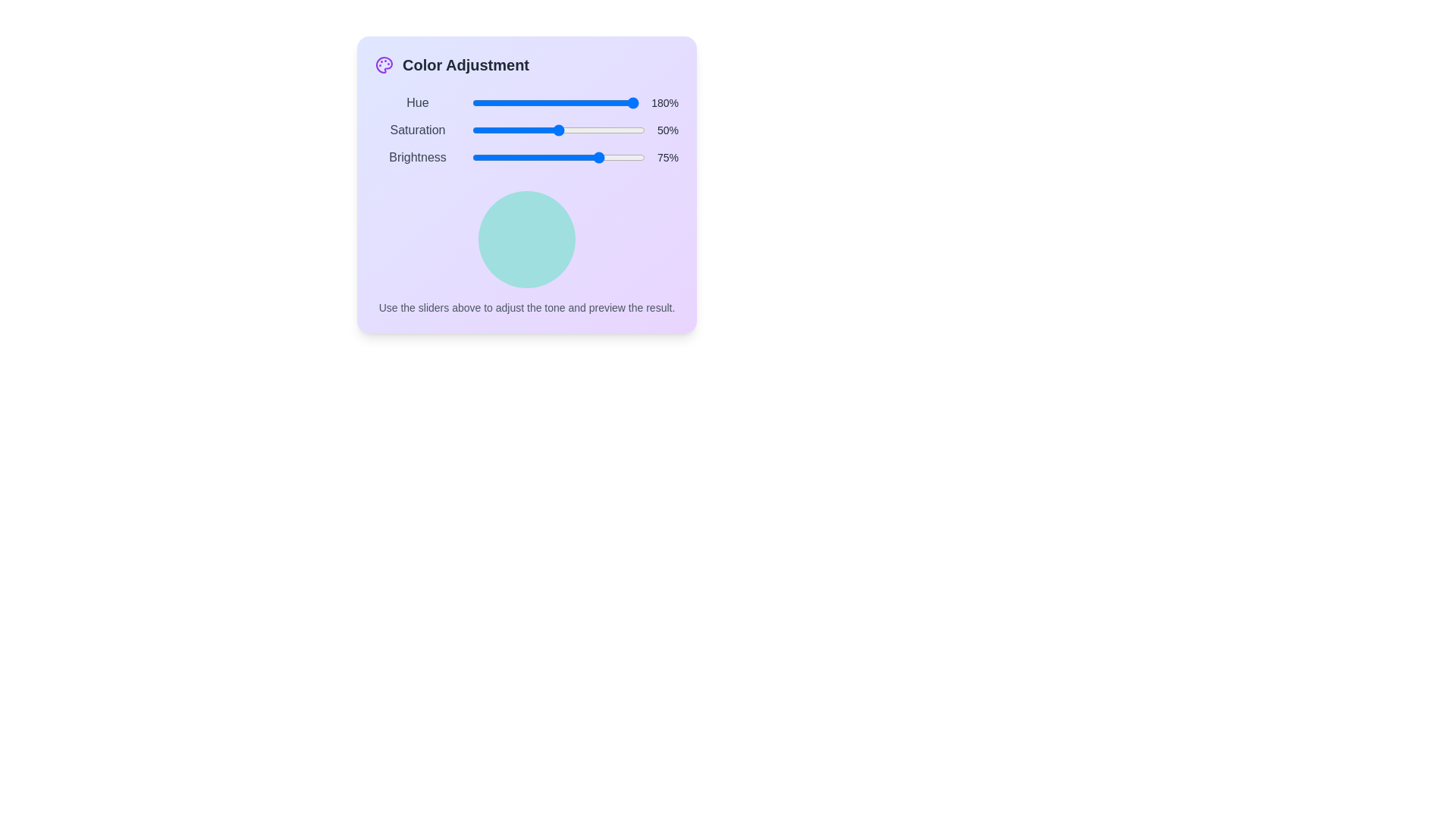 The height and width of the screenshot is (819, 1456). What do you see at coordinates (488, 102) in the screenshot?
I see `the 0 slider to 10% to observe the resulting color in the preview circle` at bounding box center [488, 102].